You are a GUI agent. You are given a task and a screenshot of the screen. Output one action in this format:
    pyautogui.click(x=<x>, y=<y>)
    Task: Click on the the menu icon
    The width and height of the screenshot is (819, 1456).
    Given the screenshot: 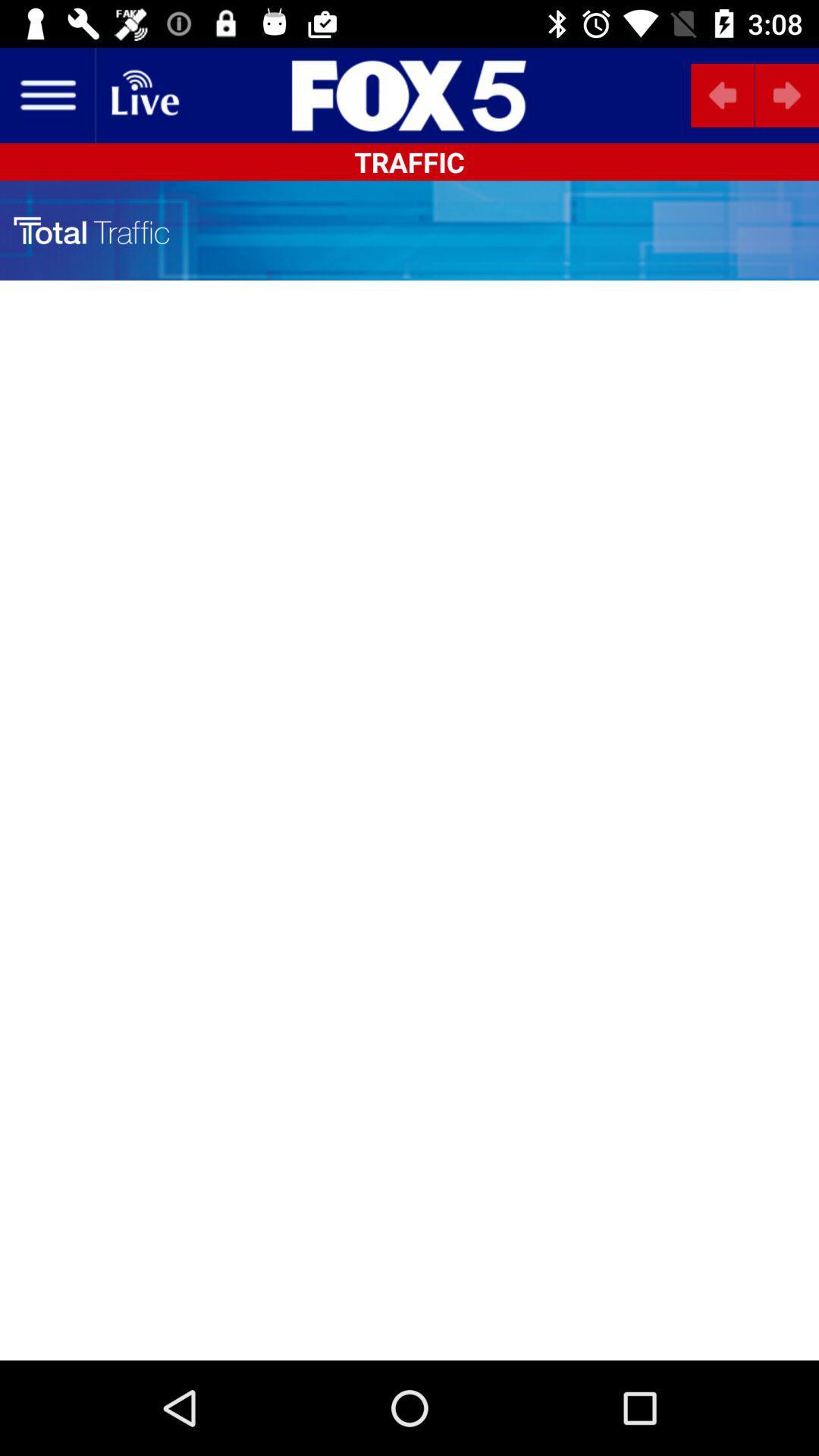 What is the action you would take?
    pyautogui.click(x=46, y=94)
    